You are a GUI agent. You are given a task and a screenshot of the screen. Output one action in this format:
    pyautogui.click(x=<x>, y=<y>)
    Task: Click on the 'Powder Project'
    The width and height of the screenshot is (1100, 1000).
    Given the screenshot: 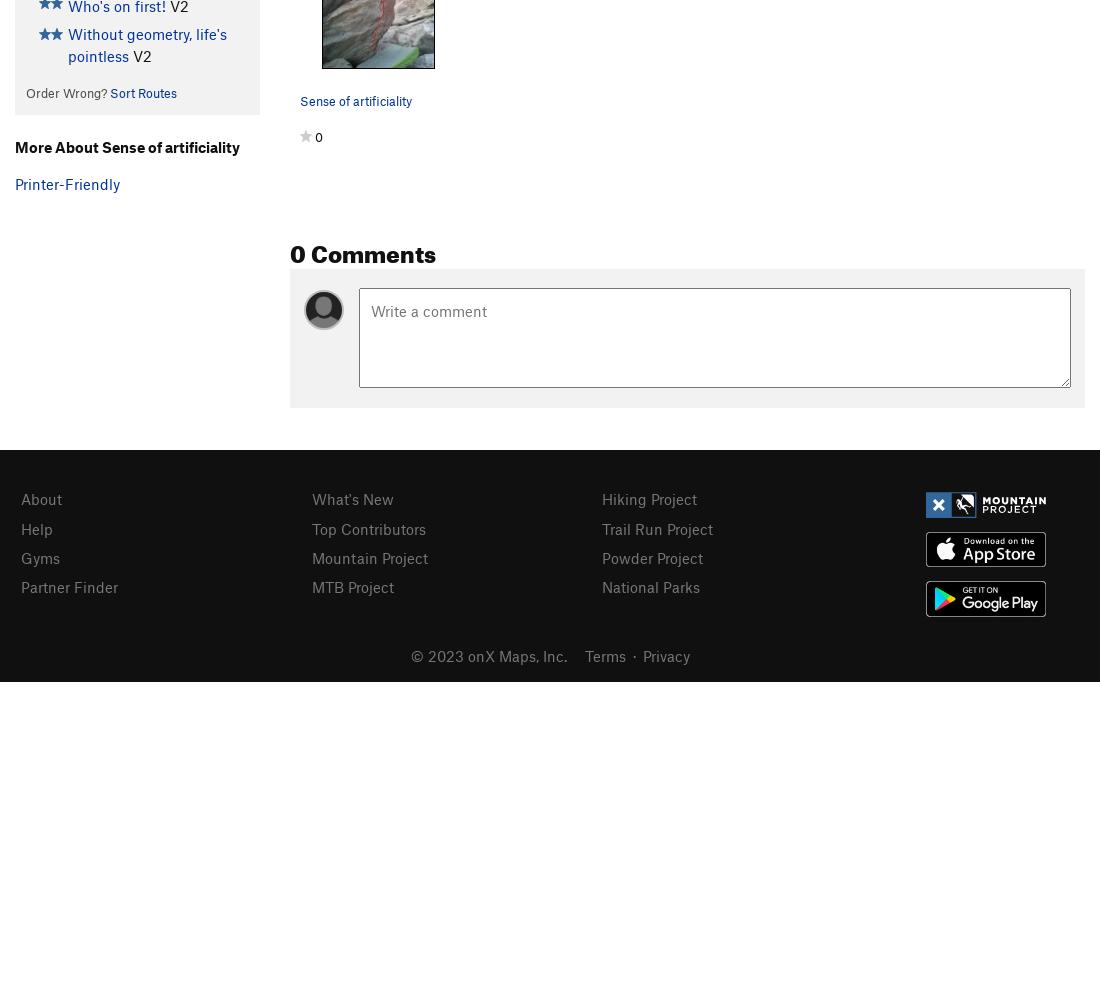 What is the action you would take?
    pyautogui.click(x=652, y=557)
    